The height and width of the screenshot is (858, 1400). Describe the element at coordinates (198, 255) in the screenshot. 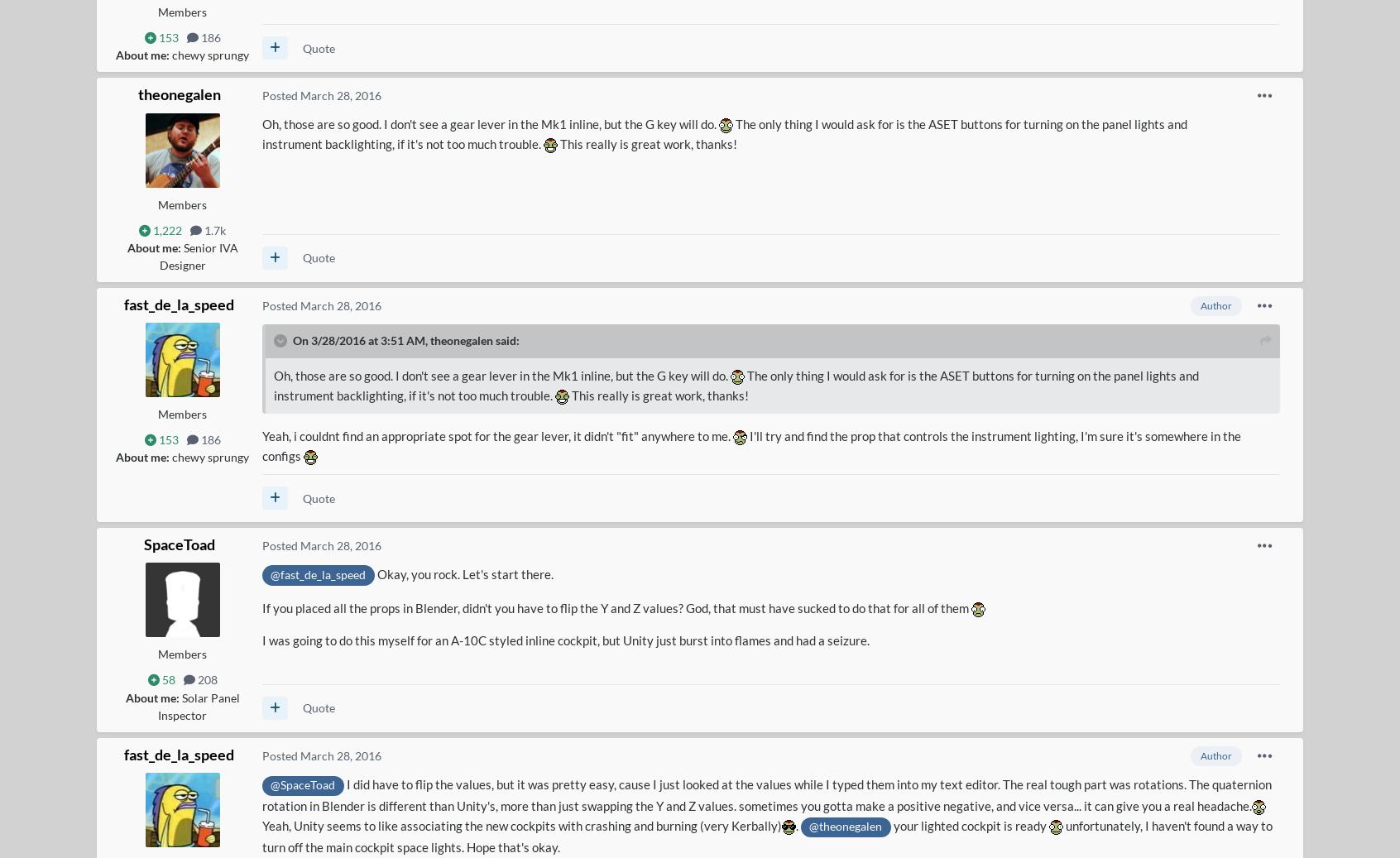

I see `'Senior IVA Designer'` at that location.